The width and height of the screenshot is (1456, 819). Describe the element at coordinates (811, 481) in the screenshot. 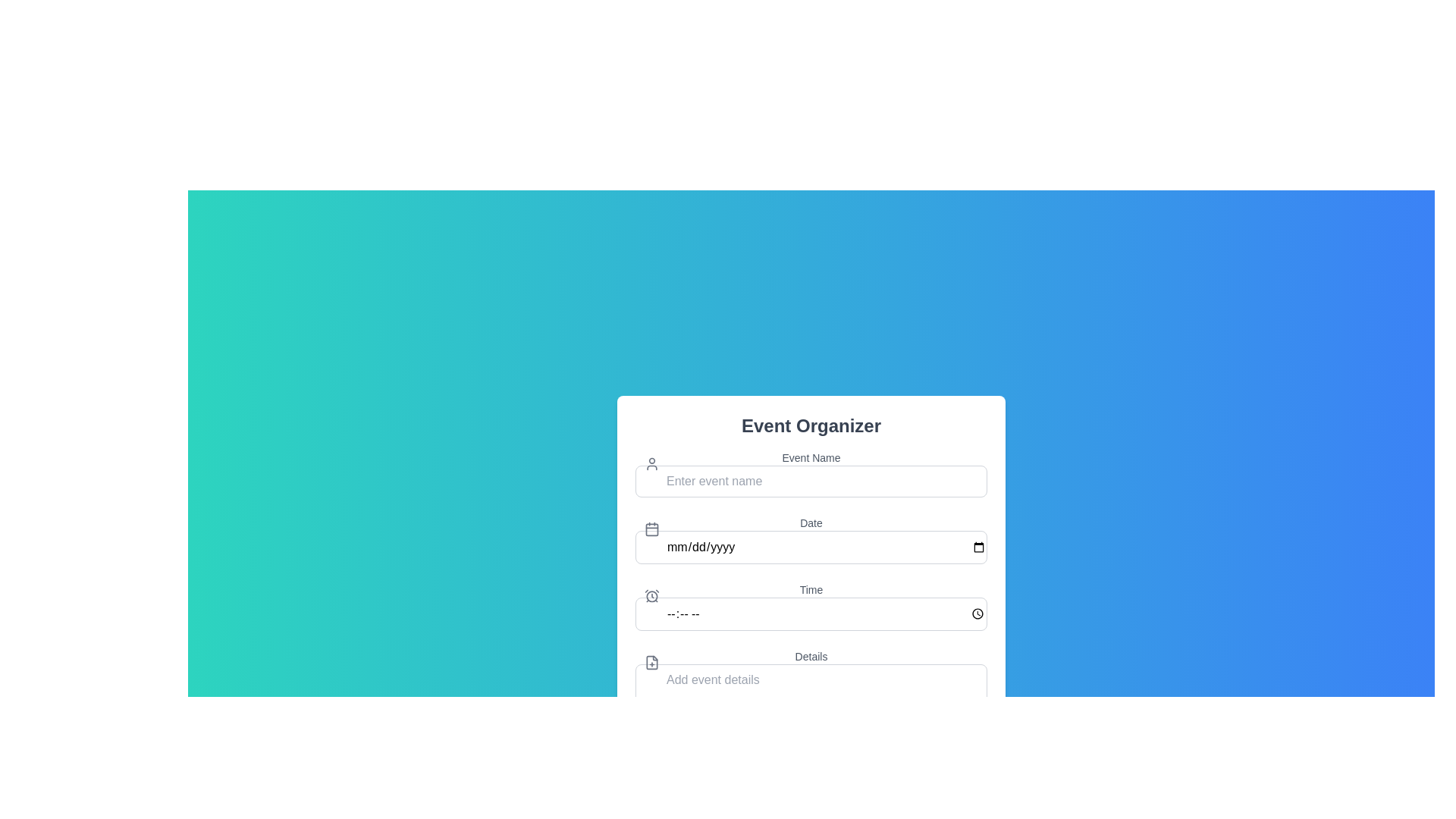

I see `the text input field with the placeholder 'Enter event name' by using the tab key` at that location.